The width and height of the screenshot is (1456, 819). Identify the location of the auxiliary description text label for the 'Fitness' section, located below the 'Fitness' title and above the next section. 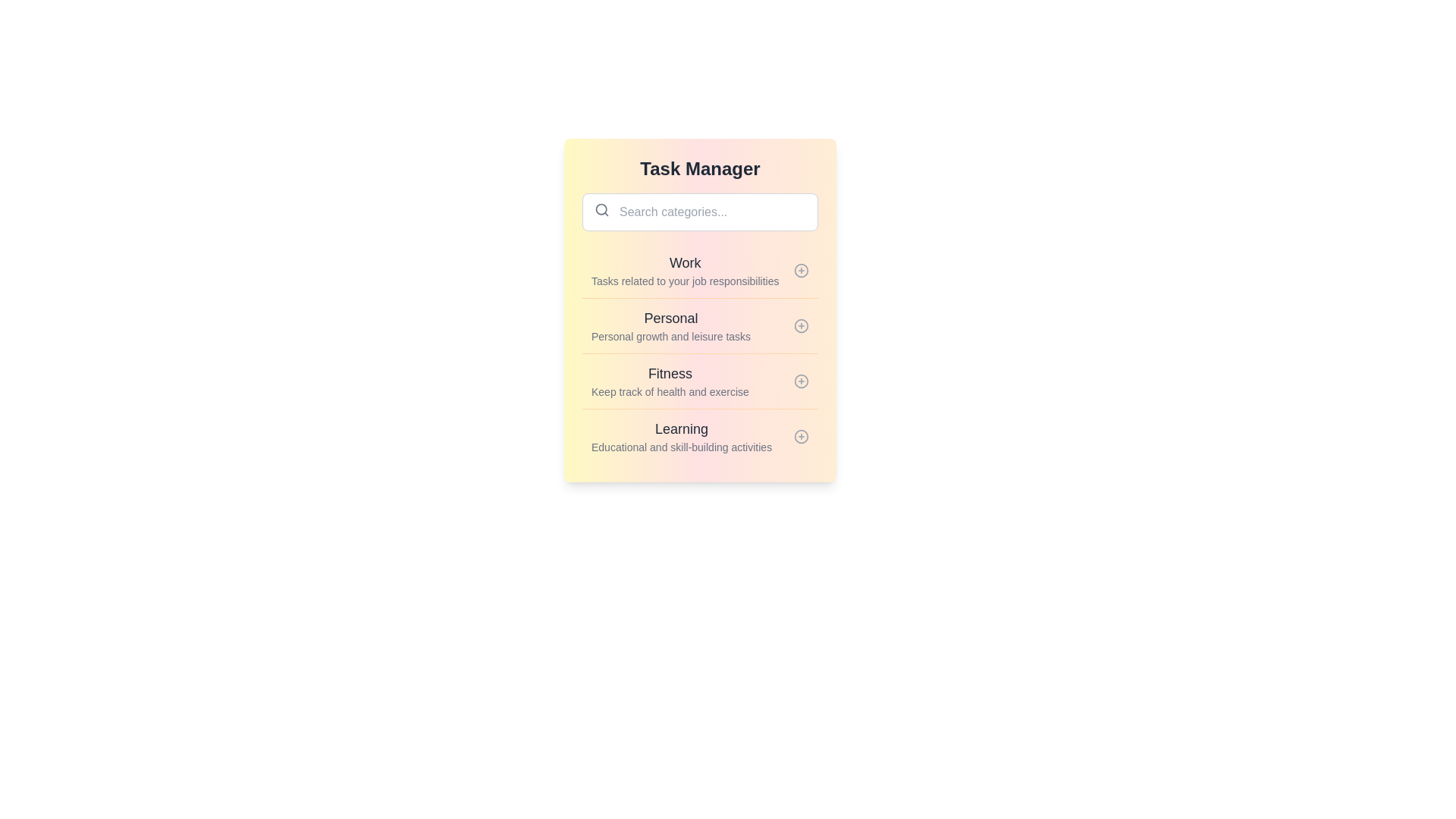
(669, 391).